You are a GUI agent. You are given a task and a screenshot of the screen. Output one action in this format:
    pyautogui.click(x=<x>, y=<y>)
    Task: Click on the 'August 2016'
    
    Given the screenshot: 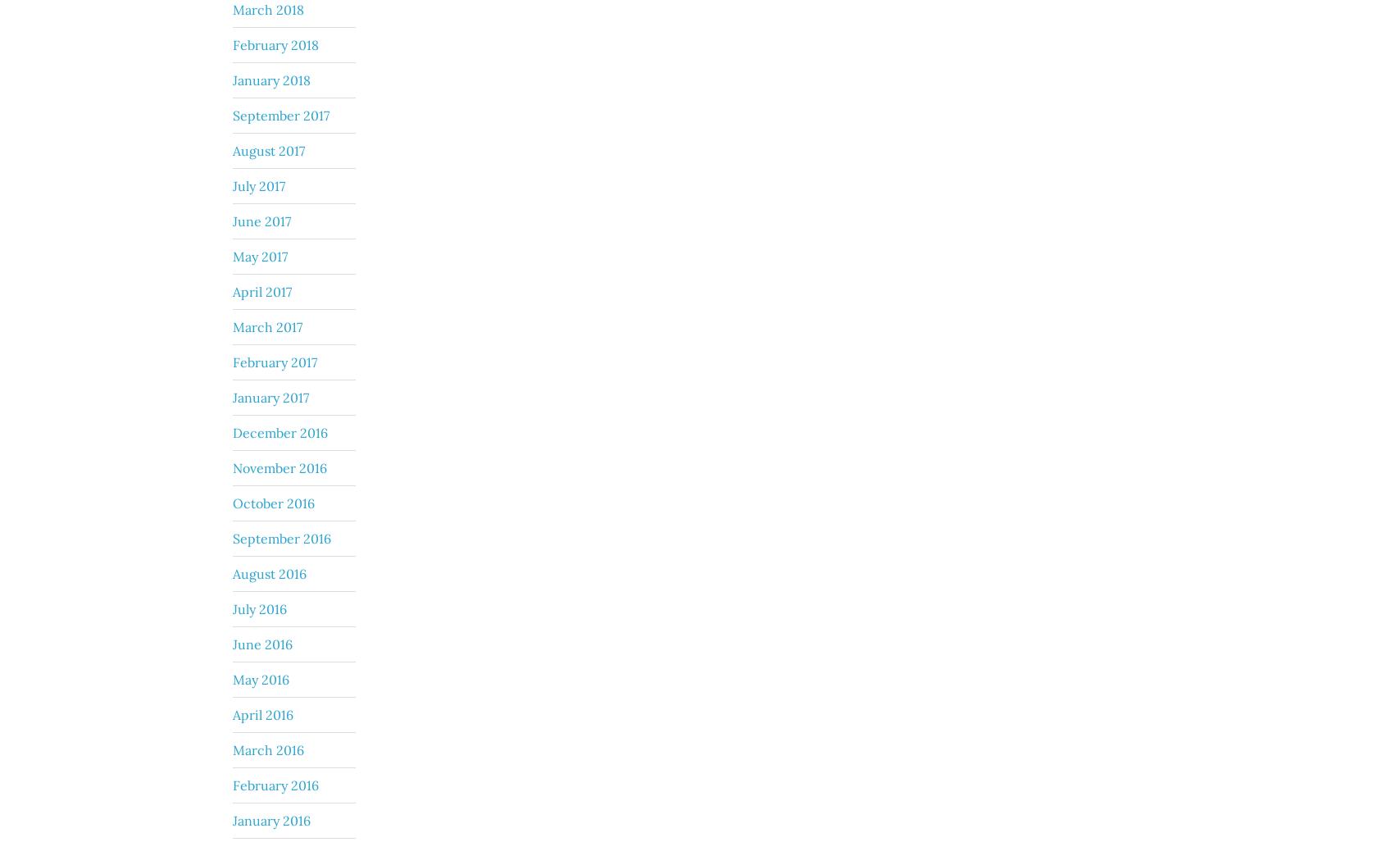 What is the action you would take?
    pyautogui.click(x=269, y=572)
    